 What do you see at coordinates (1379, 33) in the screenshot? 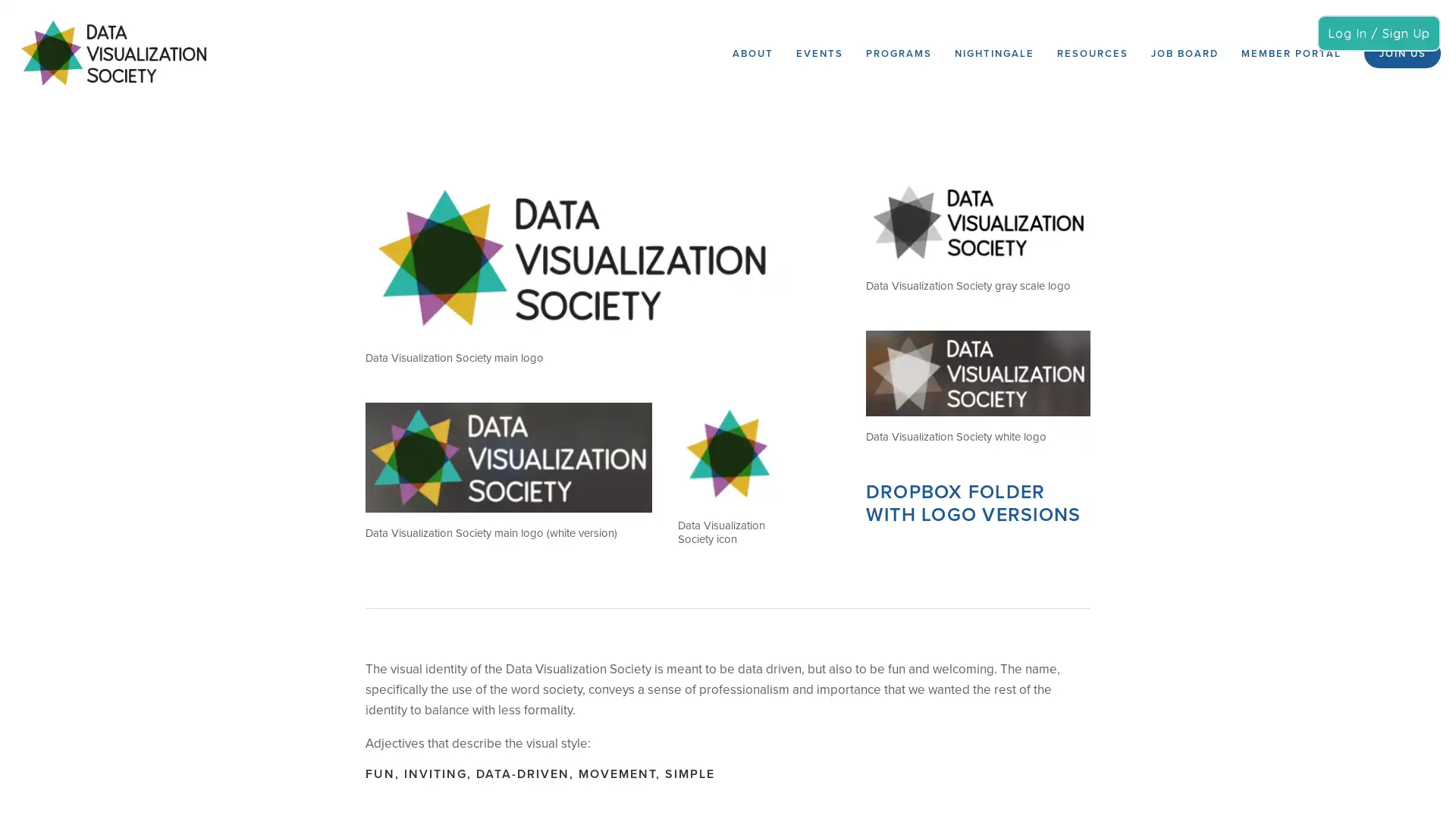
I see `Log In / Sign Up` at bounding box center [1379, 33].